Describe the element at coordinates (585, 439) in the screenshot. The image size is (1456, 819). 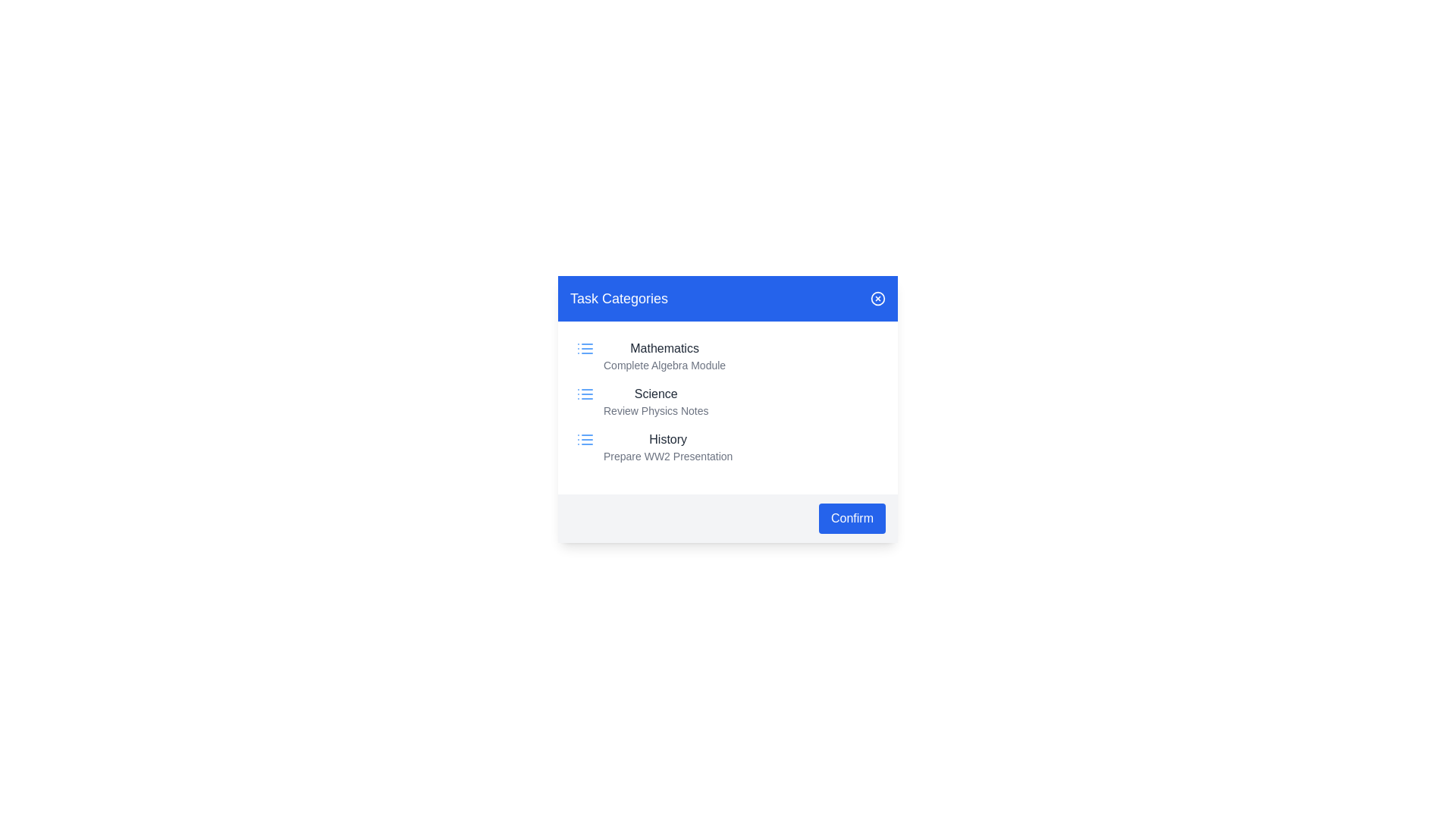
I see `the icon next to the category History` at that location.